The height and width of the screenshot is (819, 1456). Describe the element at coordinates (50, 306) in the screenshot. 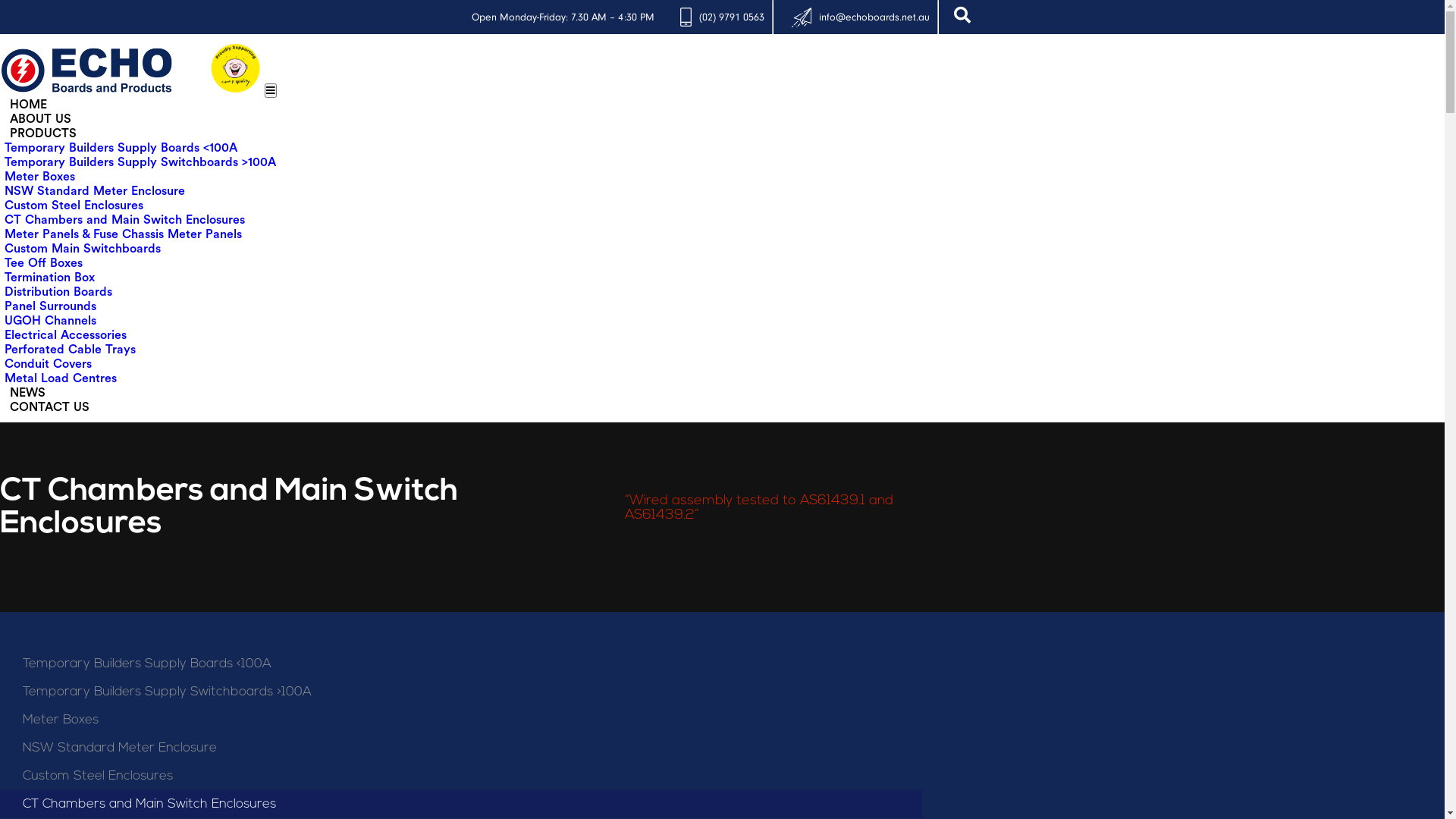

I see `'Panel Surrounds'` at that location.